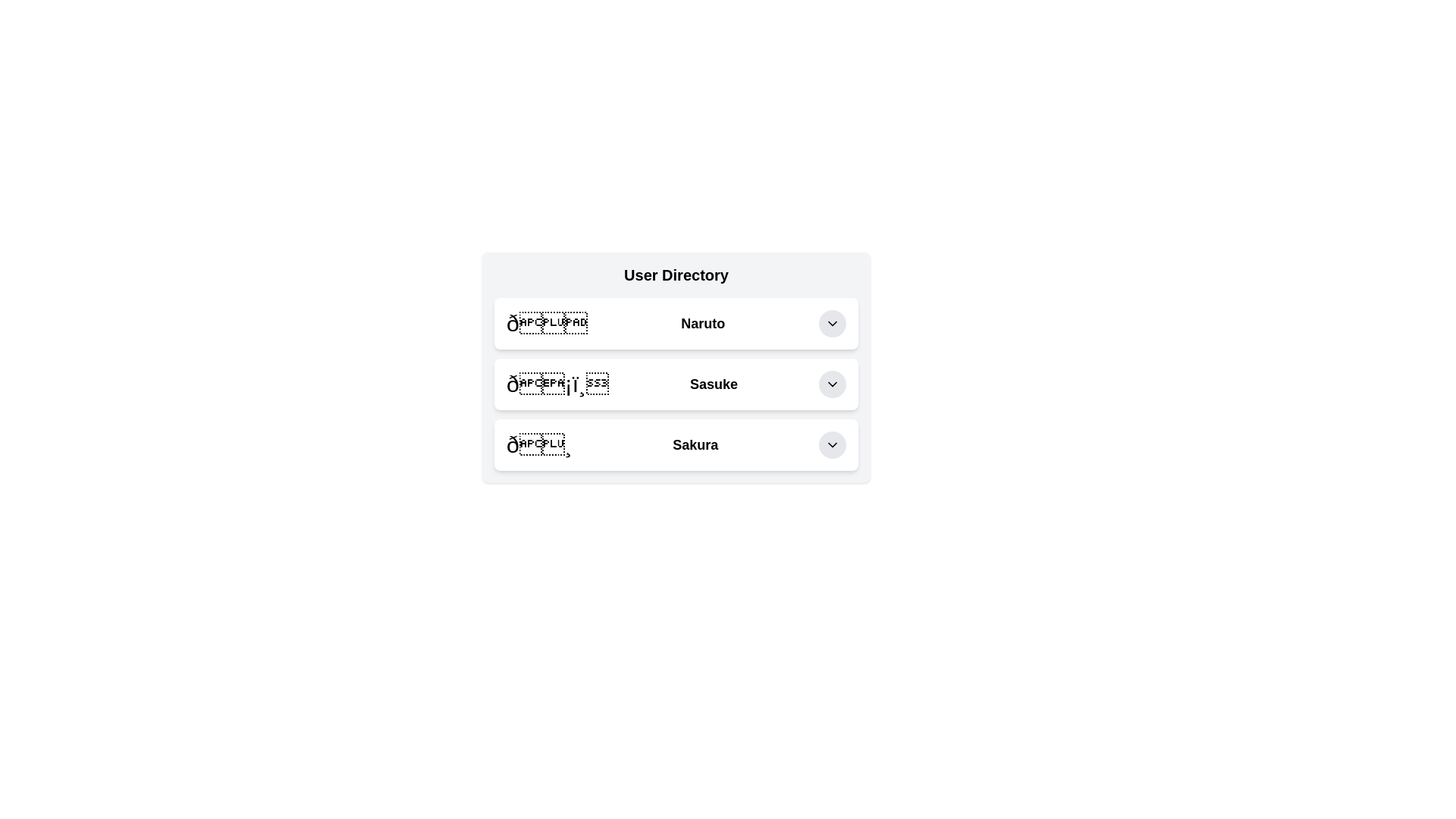 The width and height of the screenshot is (1456, 819). I want to click on the chevron arrow icon located within the rounded light gray button at the right end of the 'Naruto' row to potentially receive visual feedback, so click(832, 323).